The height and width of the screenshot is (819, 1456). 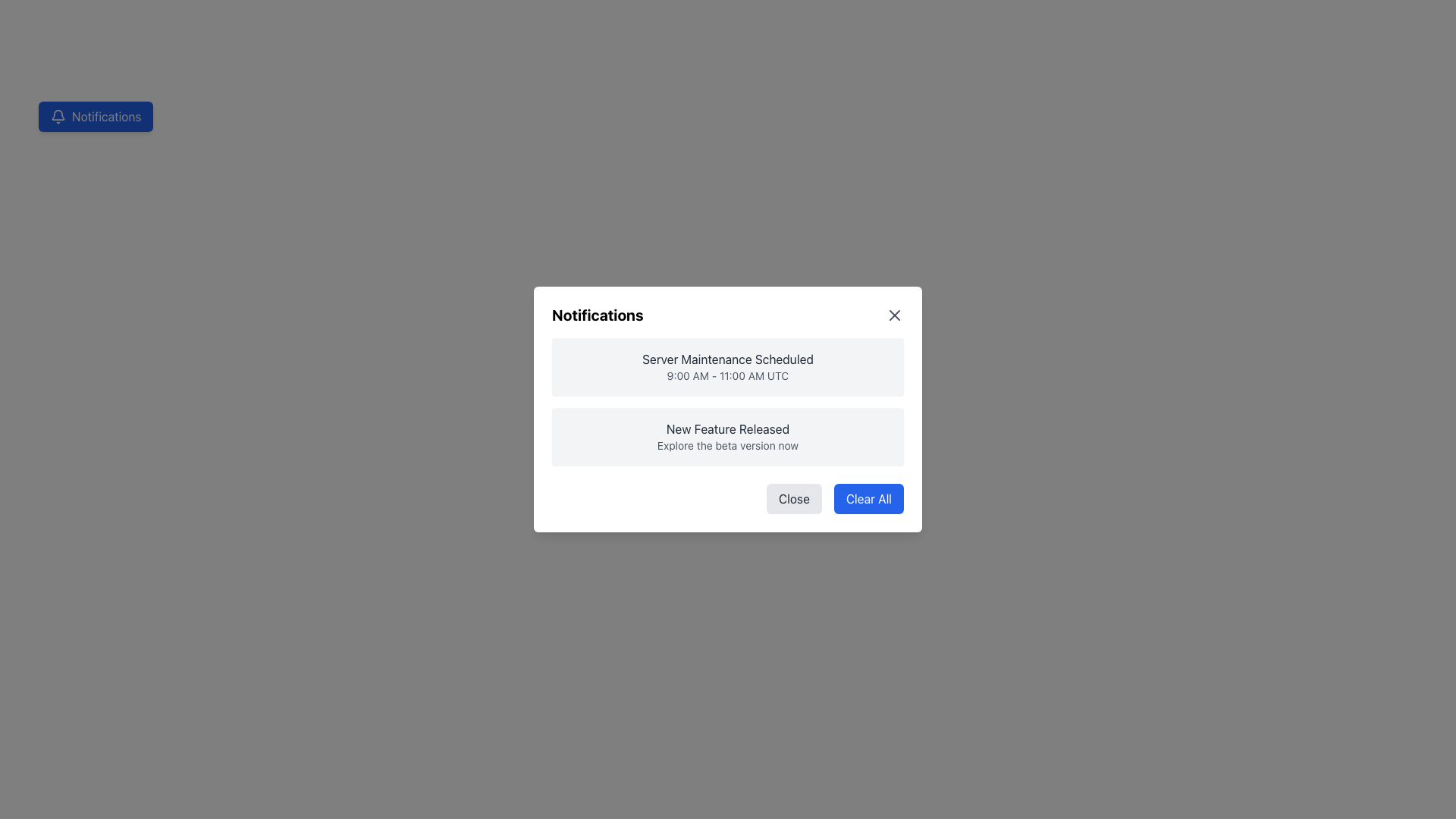 What do you see at coordinates (895, 315) in the screenshot?
I see `the 'X' icon at the top-right corner of the notification dialog` at bounding box center [895, 315].